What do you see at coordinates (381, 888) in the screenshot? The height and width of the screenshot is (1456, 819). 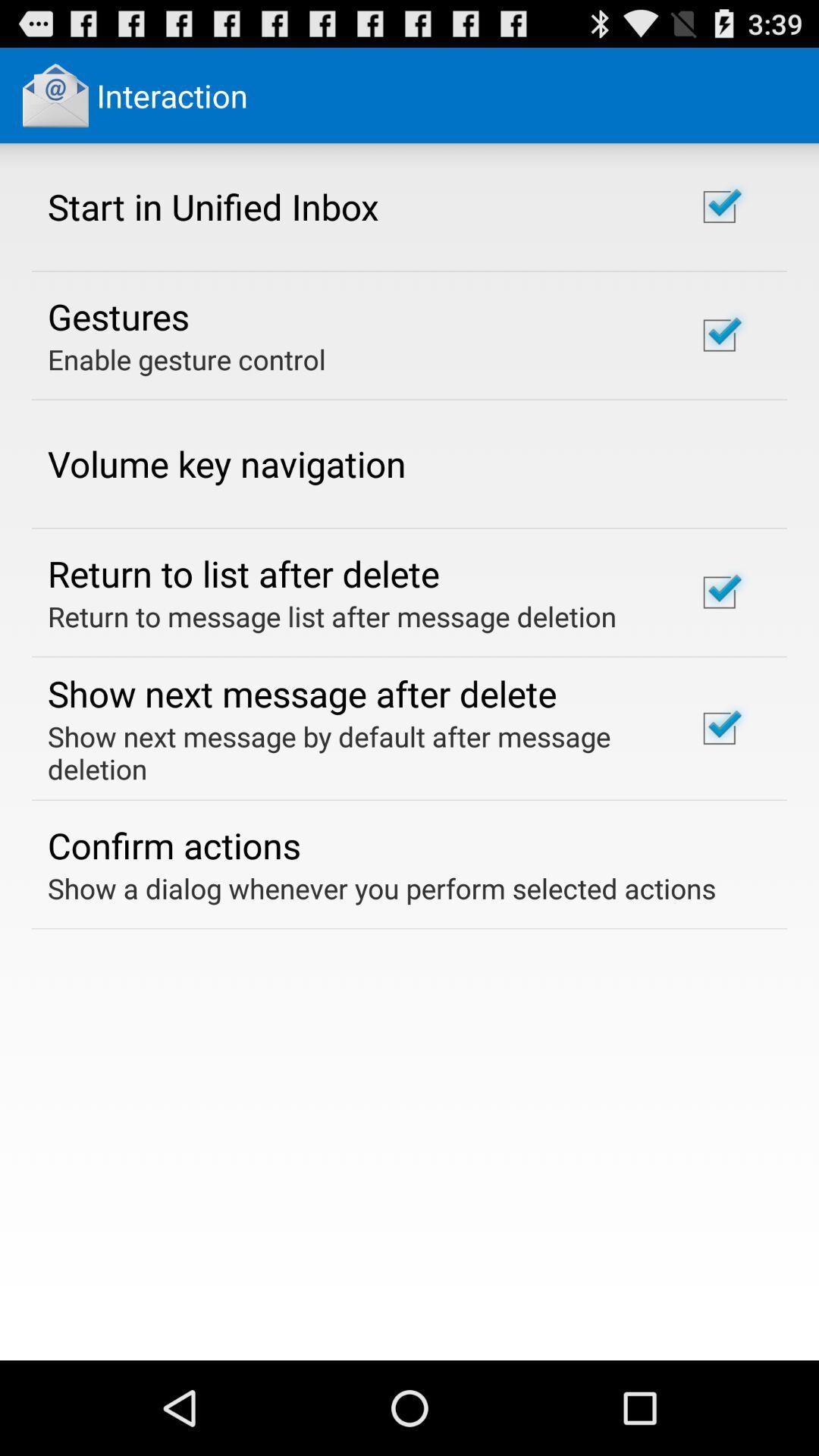 I see `the item below the confirm actions icon` at bounding box center [381, 888].